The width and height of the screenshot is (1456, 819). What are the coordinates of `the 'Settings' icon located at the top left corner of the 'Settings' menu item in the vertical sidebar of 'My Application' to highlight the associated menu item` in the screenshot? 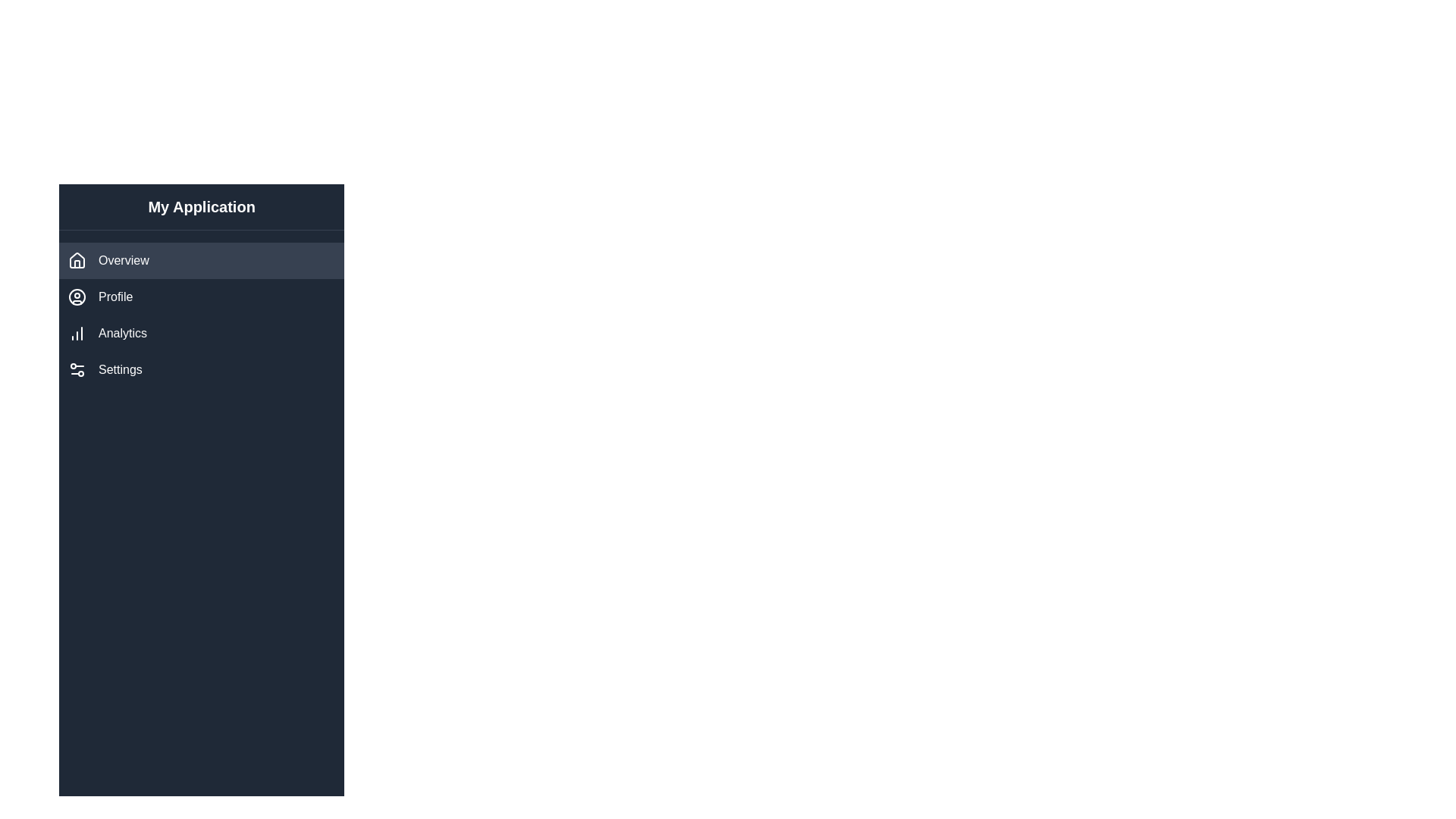 It's located at (76, 370).